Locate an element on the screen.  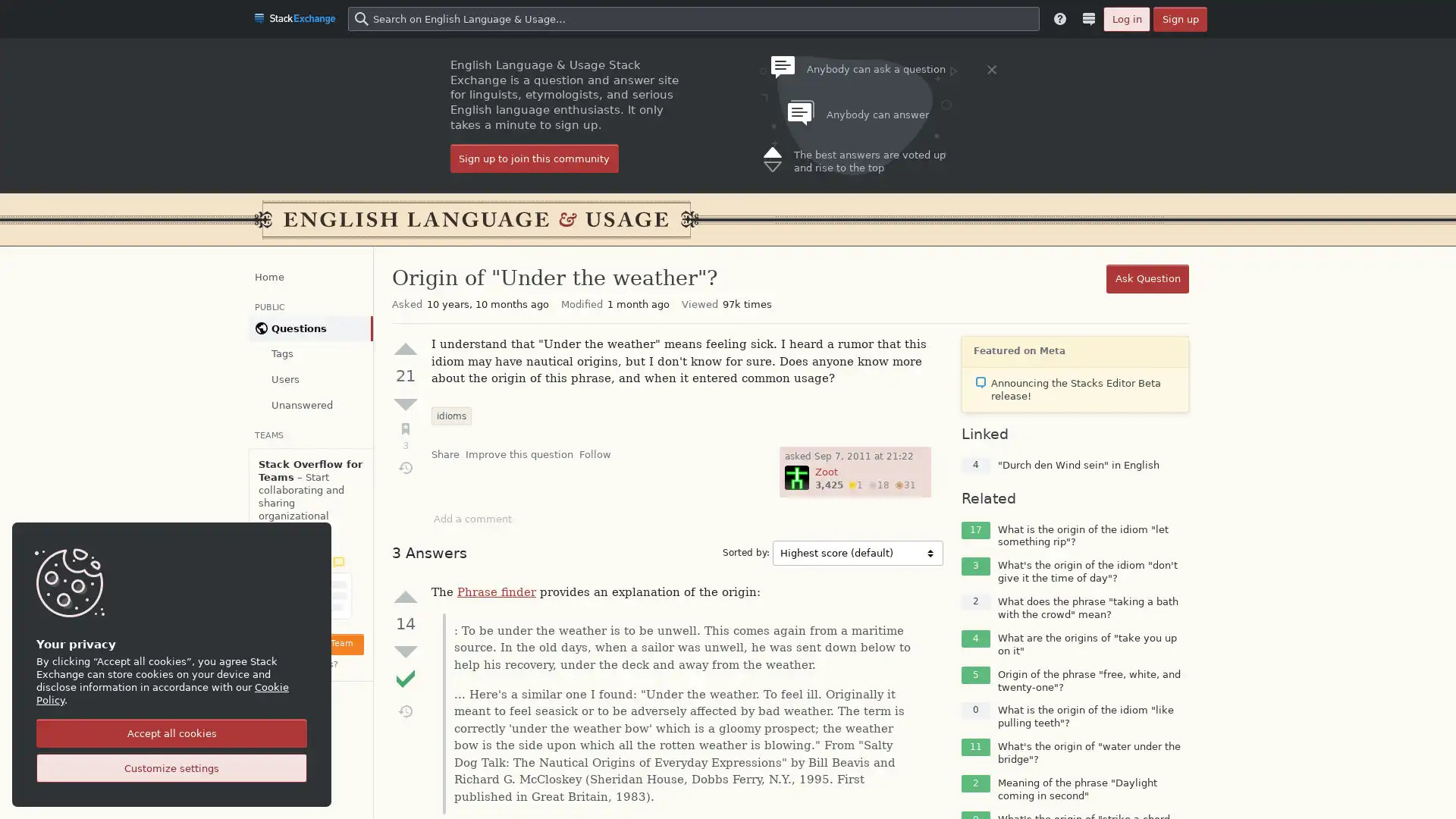
Bookmark (3) is located at coordinates (405, 436).